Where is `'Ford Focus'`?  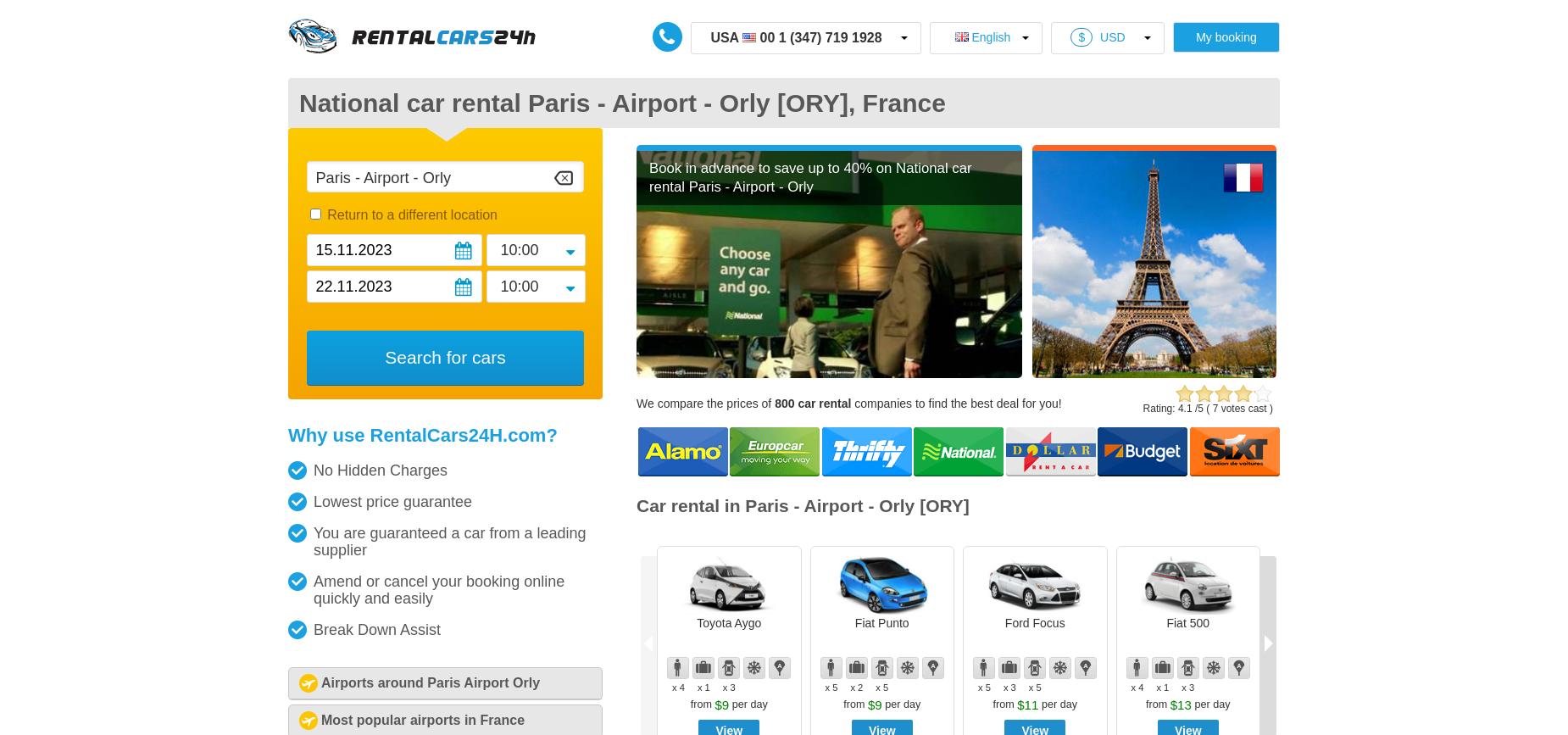 'Ford Focus' is located at coordinates (1003, 621).